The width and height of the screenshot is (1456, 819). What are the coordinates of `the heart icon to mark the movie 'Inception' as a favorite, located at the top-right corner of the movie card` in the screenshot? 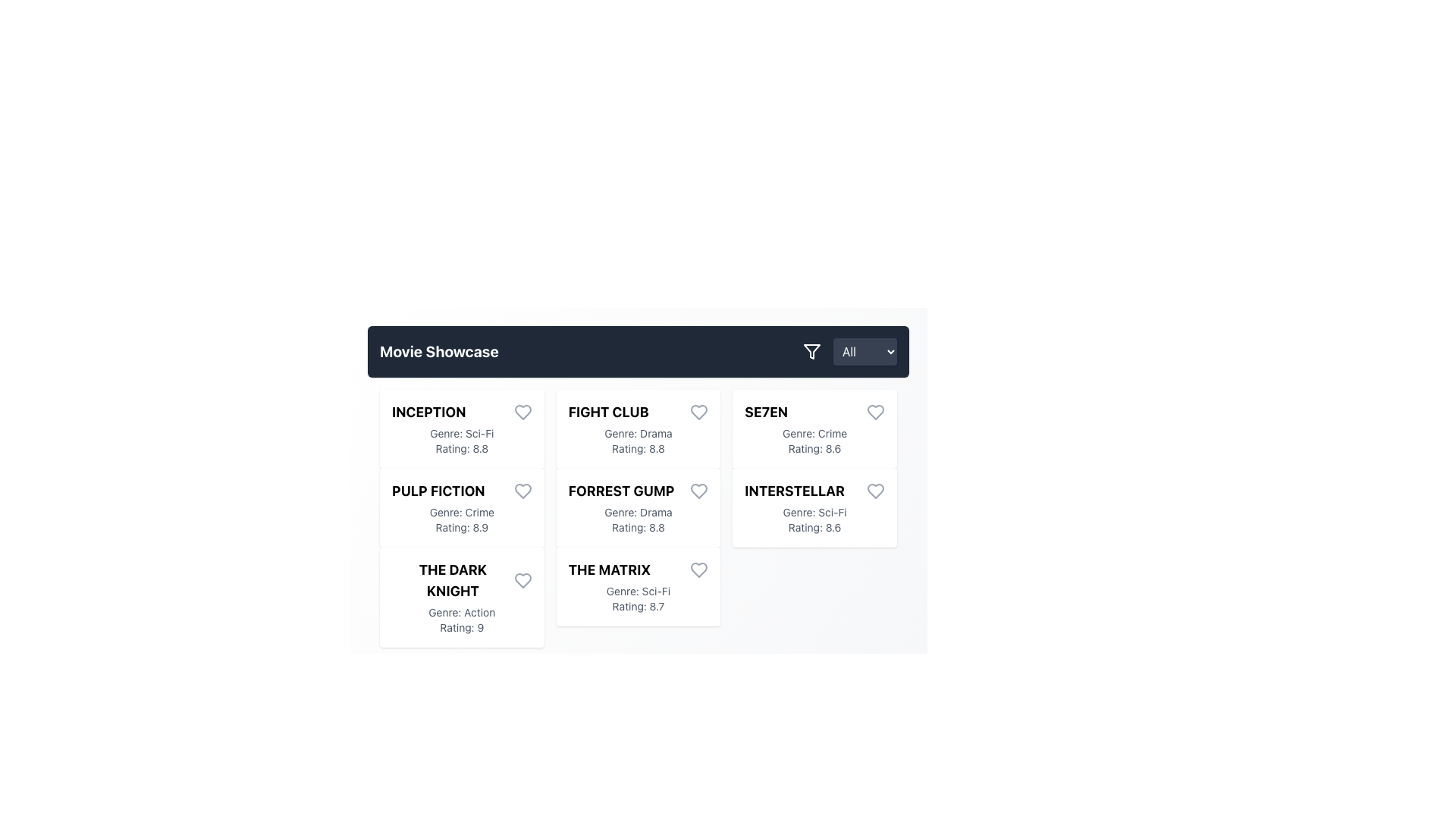 It's located at (522, 412).